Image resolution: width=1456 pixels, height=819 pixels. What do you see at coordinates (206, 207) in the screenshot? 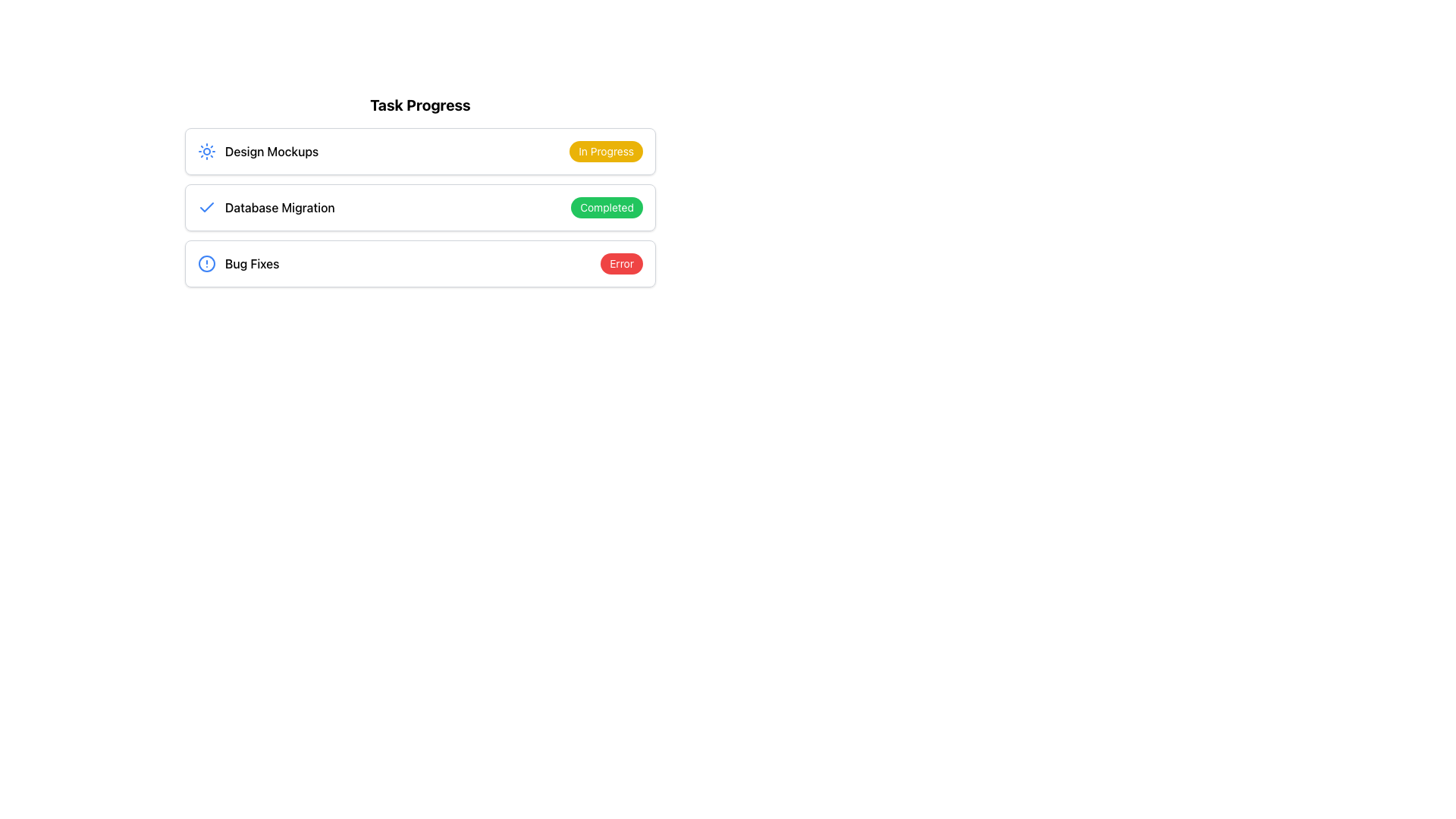
I see `the blue checkmark icon that is styled with a bold line and rounded edges, located to the left of the text 'Database Migration.'` at bounding box center [206, 207].